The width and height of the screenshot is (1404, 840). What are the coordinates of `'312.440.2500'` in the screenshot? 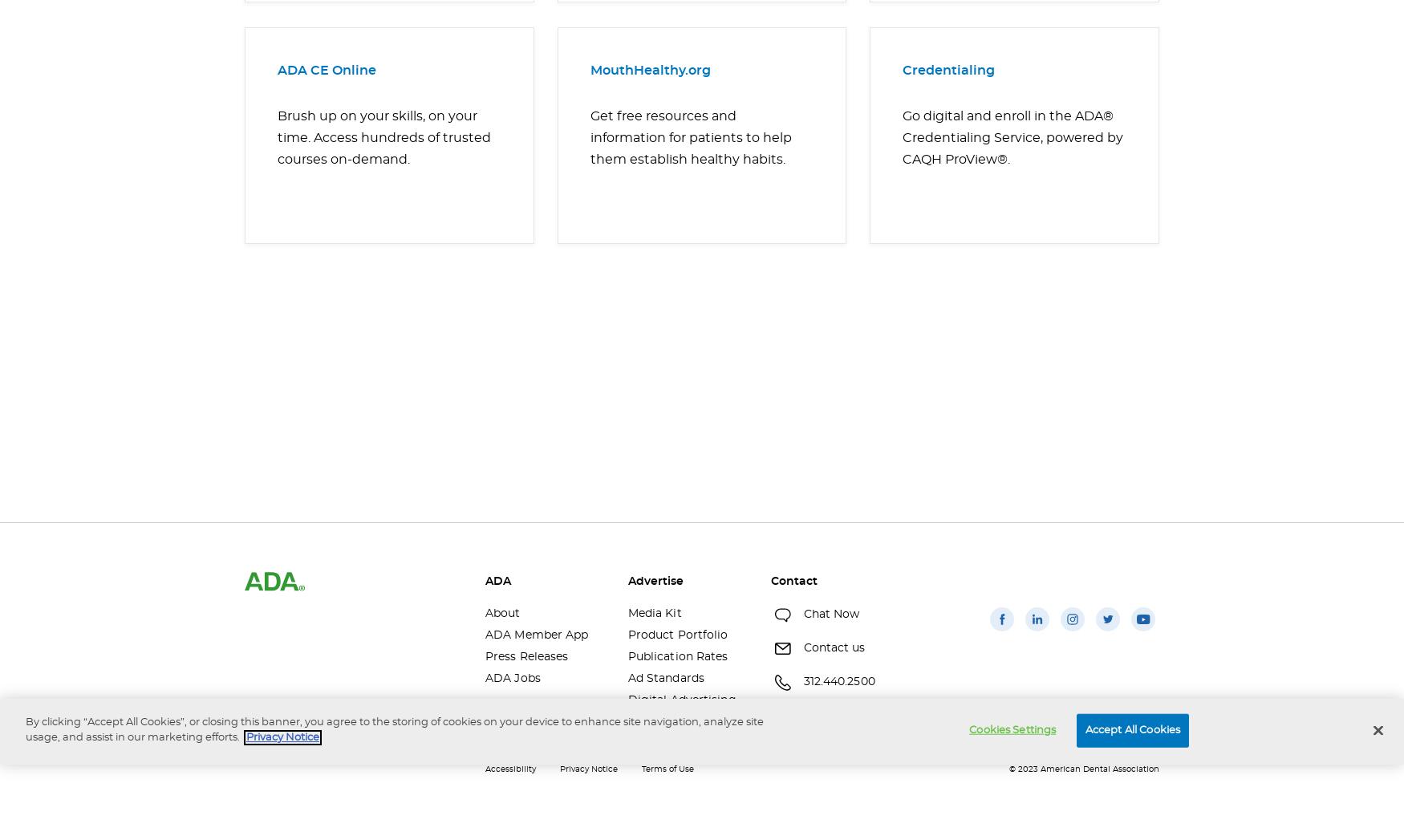 It's located at (838, 681).